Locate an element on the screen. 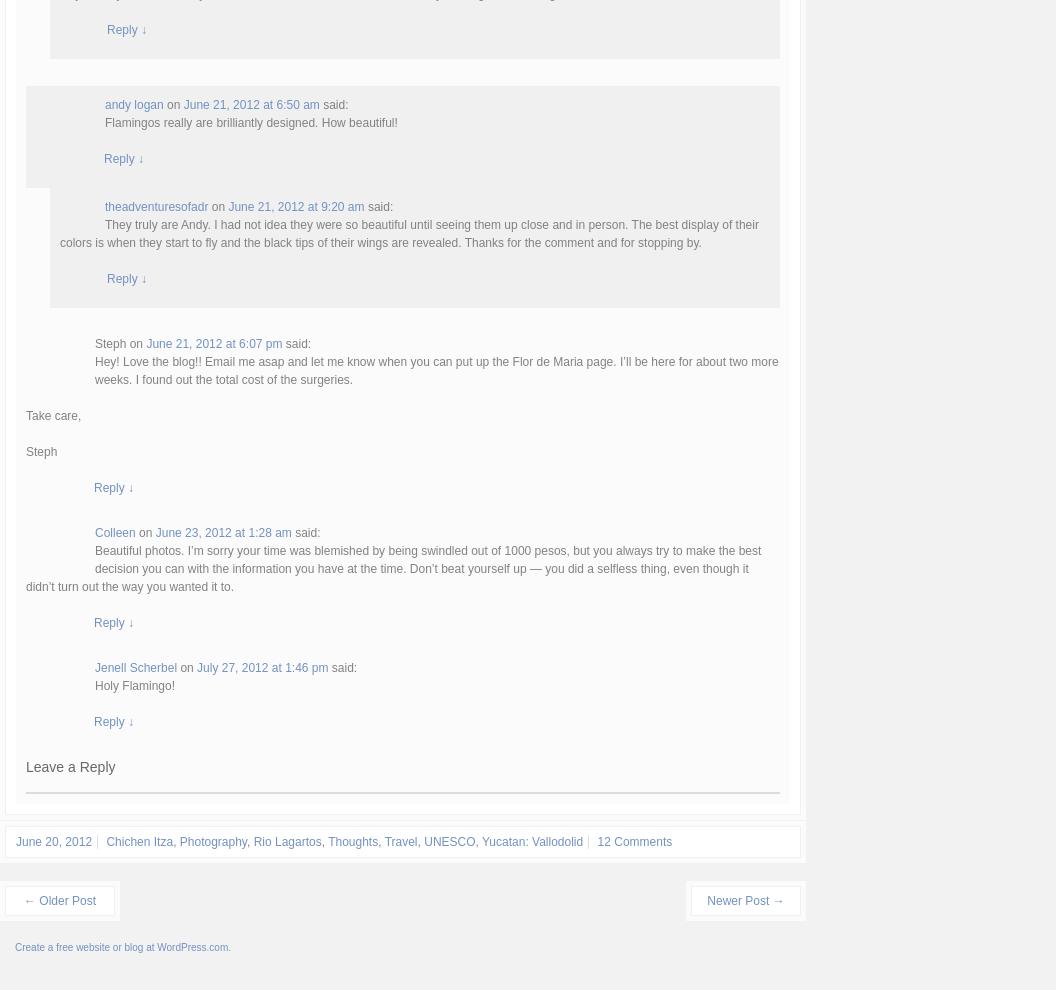 This screenshot has width=1056, height=990. 'Beautiful photos. I’m sorry your time was blemished by being swindled out of 1000 pesos, but you always try to make the best decision you can with the information you have at the time. Don’t beat yourself up — you did a selfless thing, even though it didn’t turn out the way you wanted it to.' is located at coordinates (392, 567).